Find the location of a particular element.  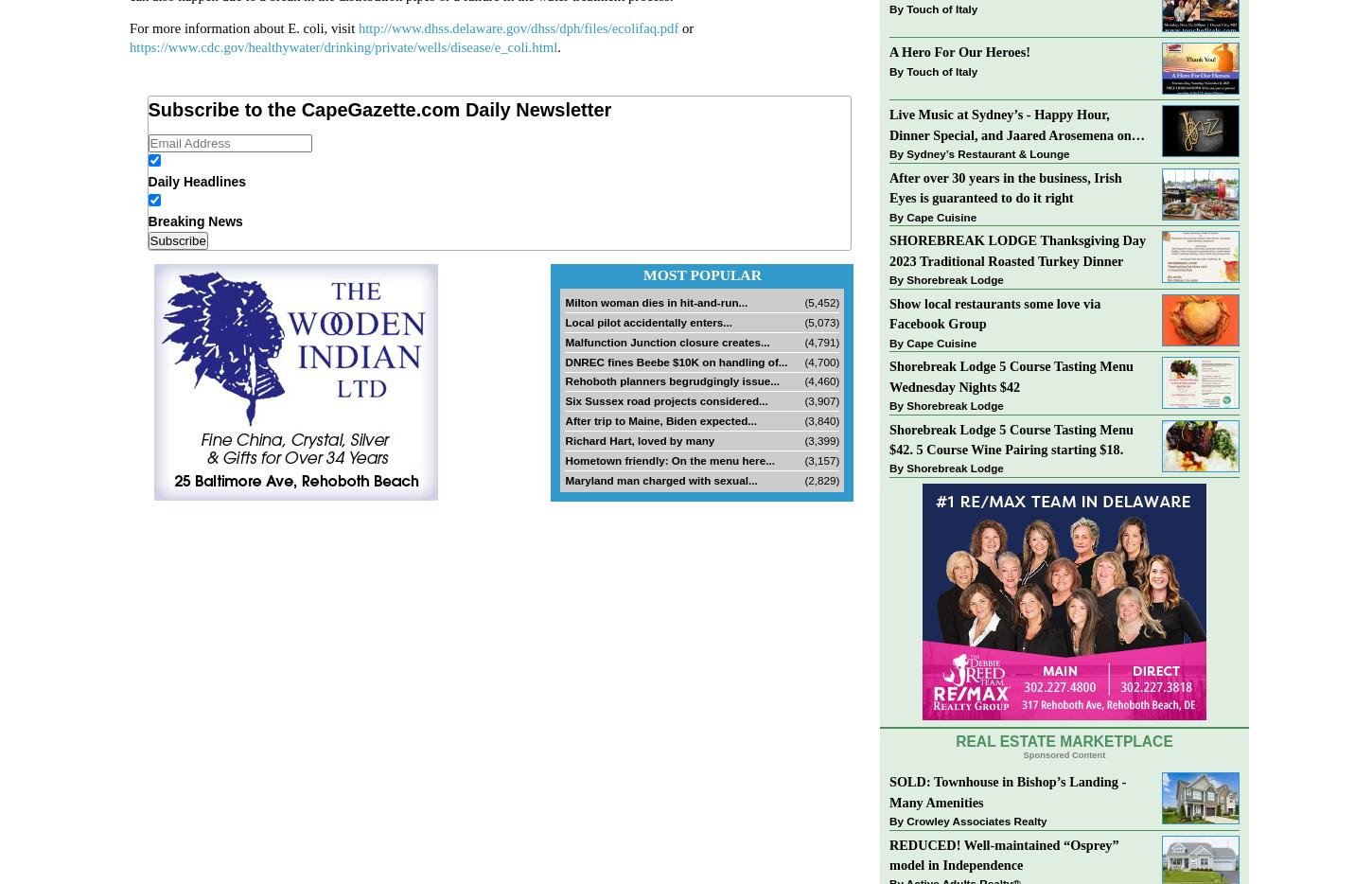

'Malfunction Junction closure creates...' is located at coordinates (564, 341).